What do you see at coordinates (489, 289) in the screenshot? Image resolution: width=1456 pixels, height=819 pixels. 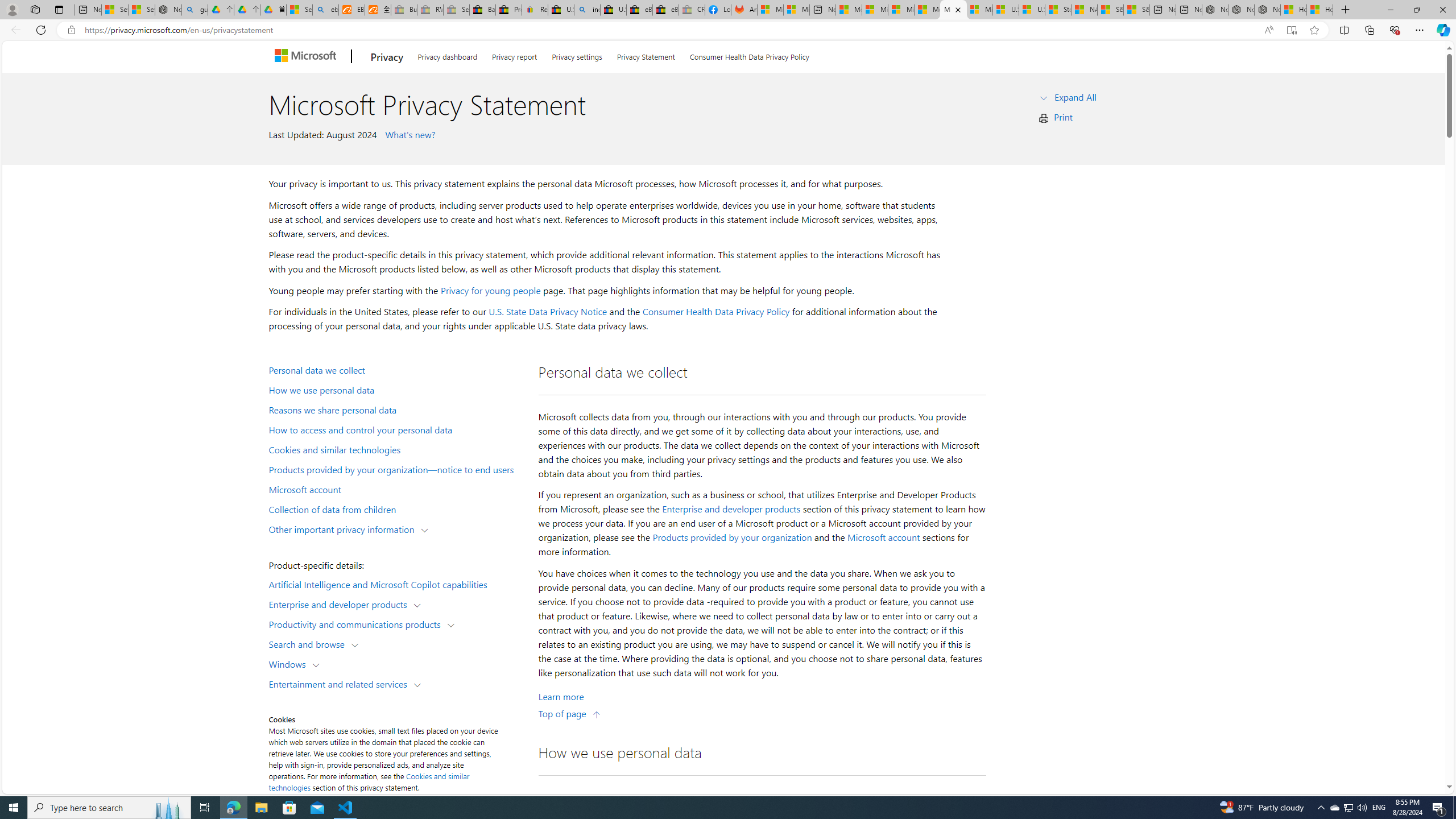 I see `'Privacy for young people'` at bounding box center [489, 289].